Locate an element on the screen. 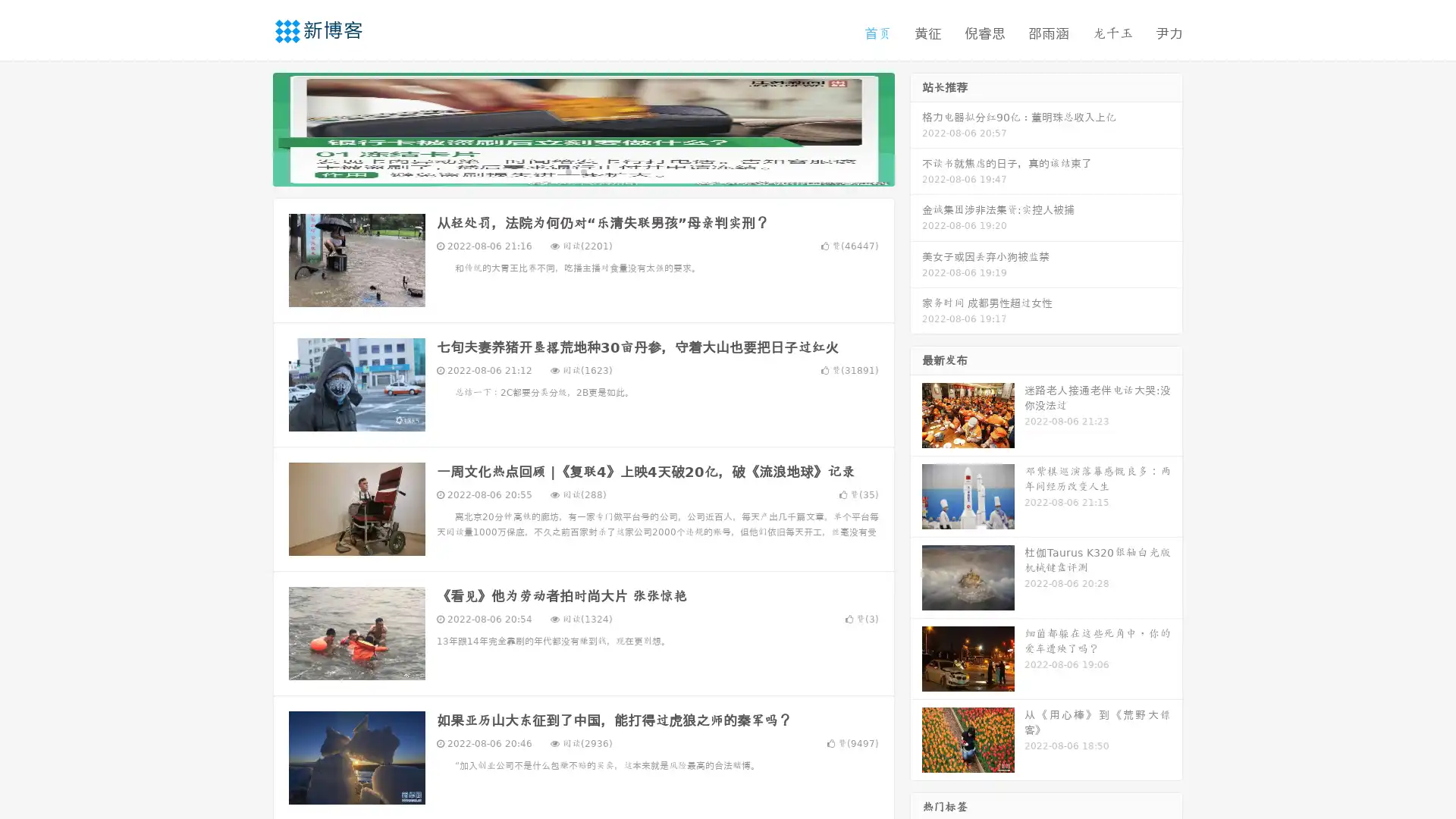 This screenshot has height=819, width=1456. Go to slide 3 is located at coordinates (598, 171).